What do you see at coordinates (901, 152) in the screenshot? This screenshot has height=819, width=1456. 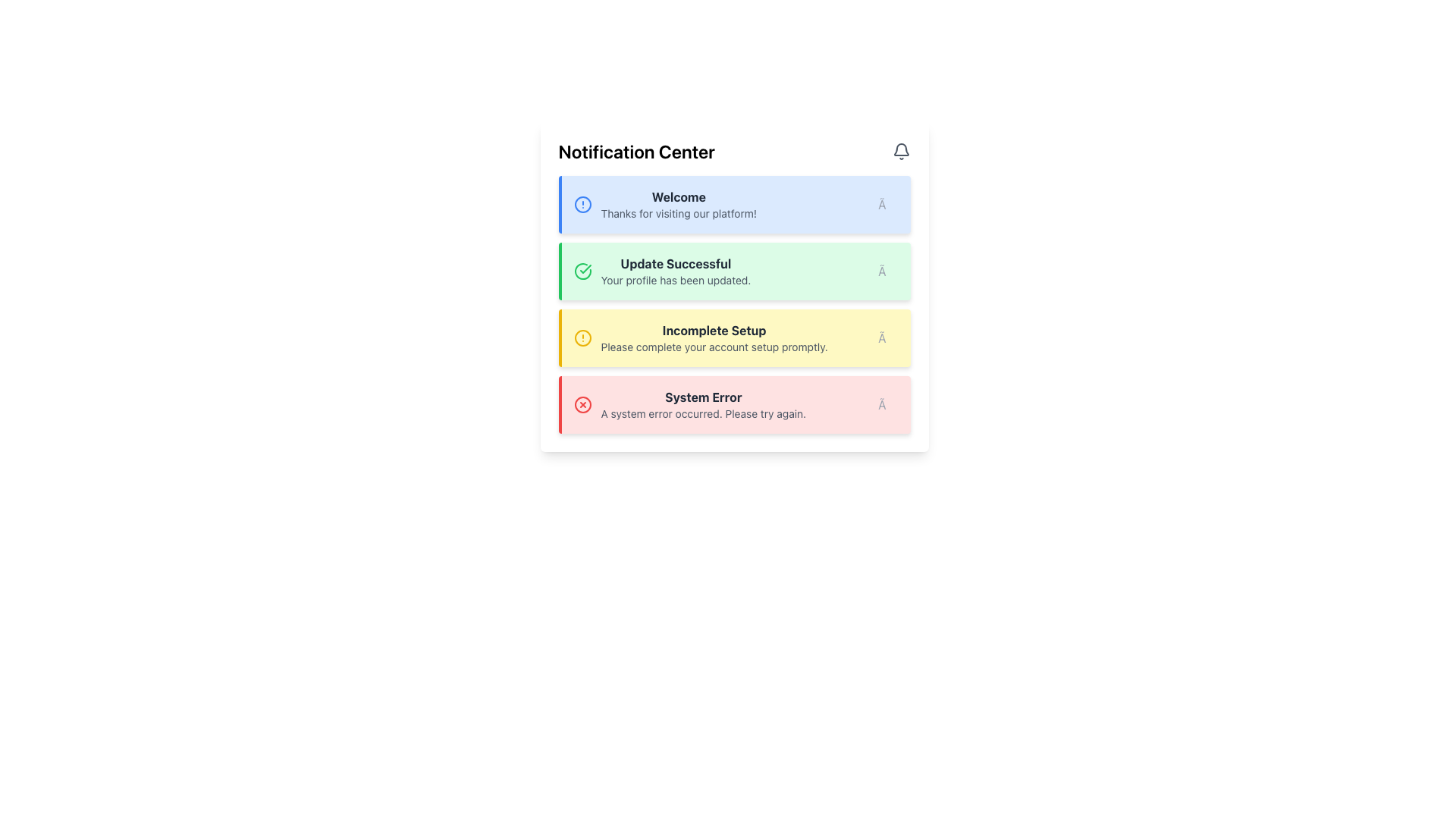 I see `the notification icon located to the far-right within the header section of the 'Notification Center' area for options` at bounding box center [901, 152].